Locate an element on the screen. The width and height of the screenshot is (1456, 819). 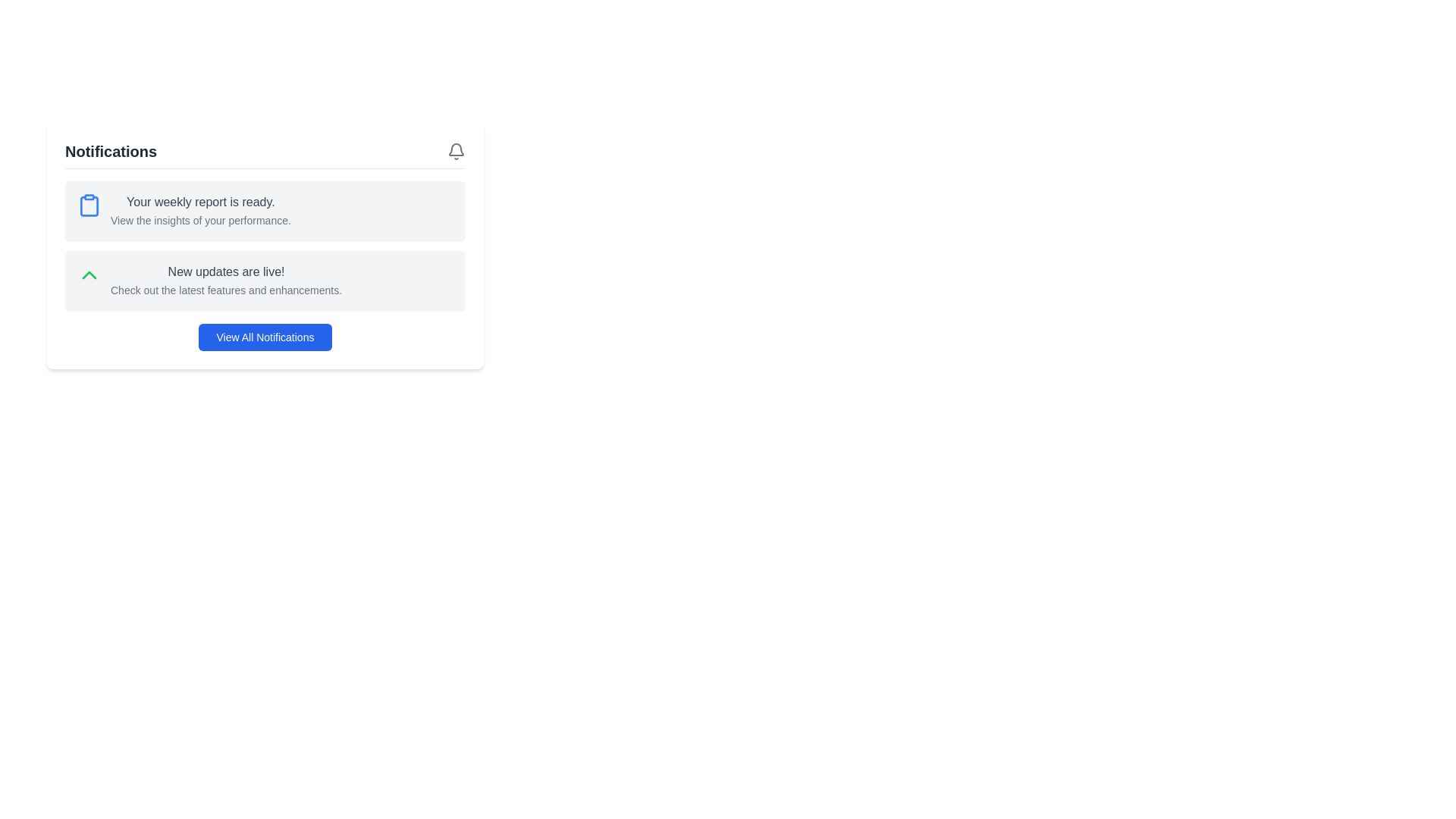
the green upward arrow icon, which is part of an SVG graphic and located in the top-right corner of the notifications interface is located at coordinates (89, 275).